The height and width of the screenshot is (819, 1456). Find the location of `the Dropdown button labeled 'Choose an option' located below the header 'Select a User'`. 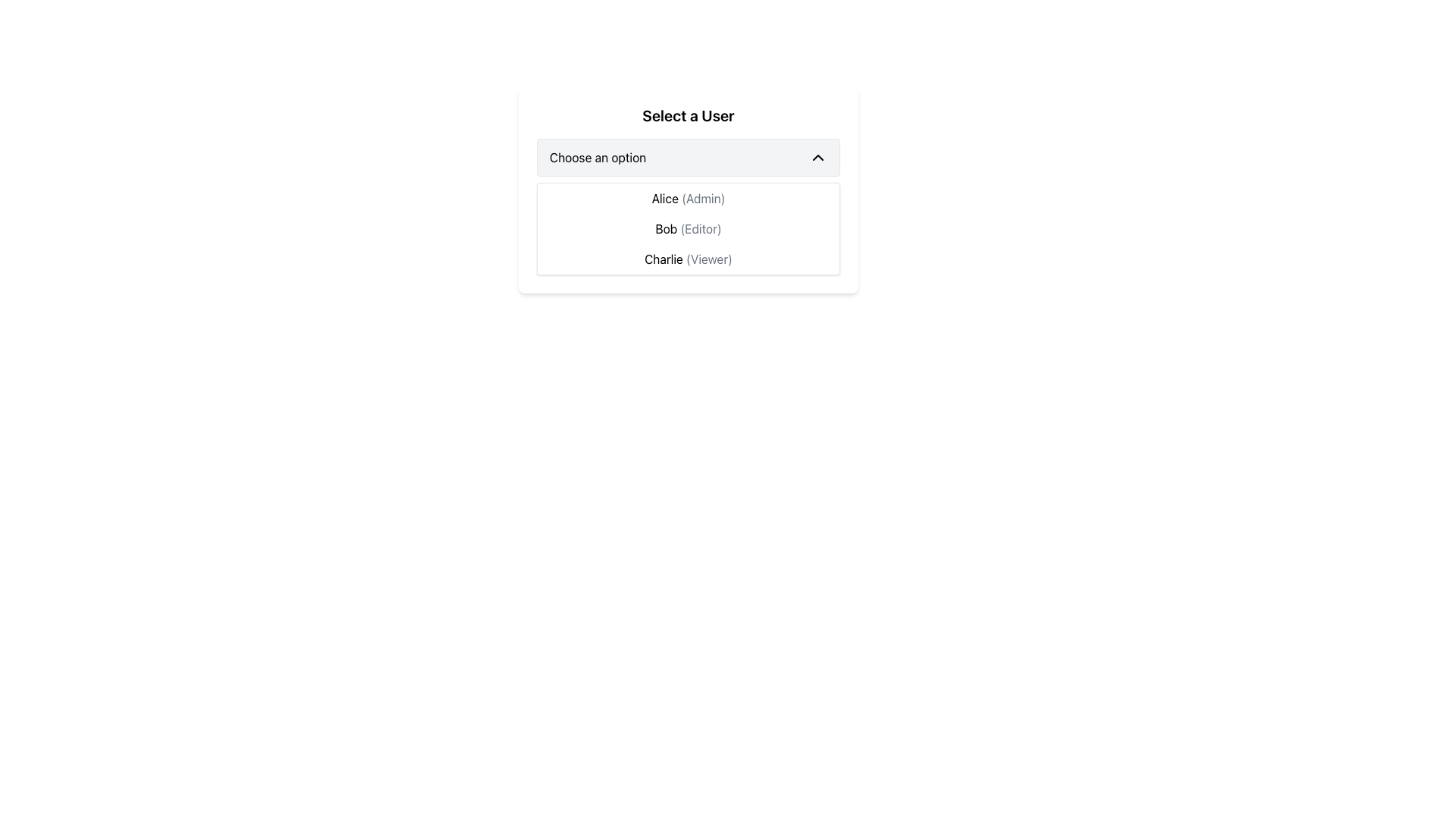

the Dropdown button labeled 'Choose an option' located below the header 'Select a User' is located at coordinates (687, 158).